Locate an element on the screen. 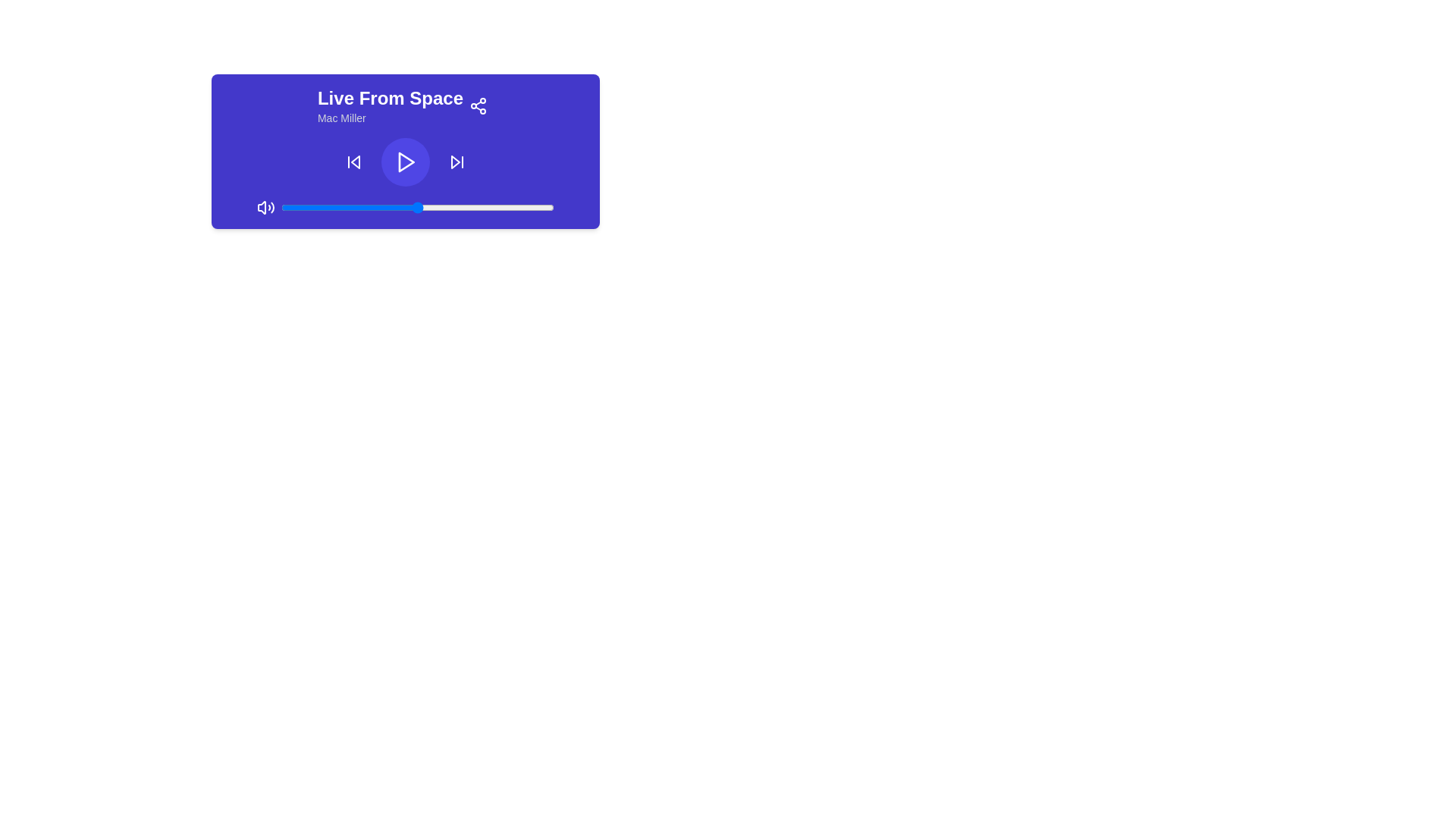 The width and height of the screenshot is (1456, 819). the 'Previous' button located as the leftmost interactive element in the media controls section is located at coordinates (353, 162).